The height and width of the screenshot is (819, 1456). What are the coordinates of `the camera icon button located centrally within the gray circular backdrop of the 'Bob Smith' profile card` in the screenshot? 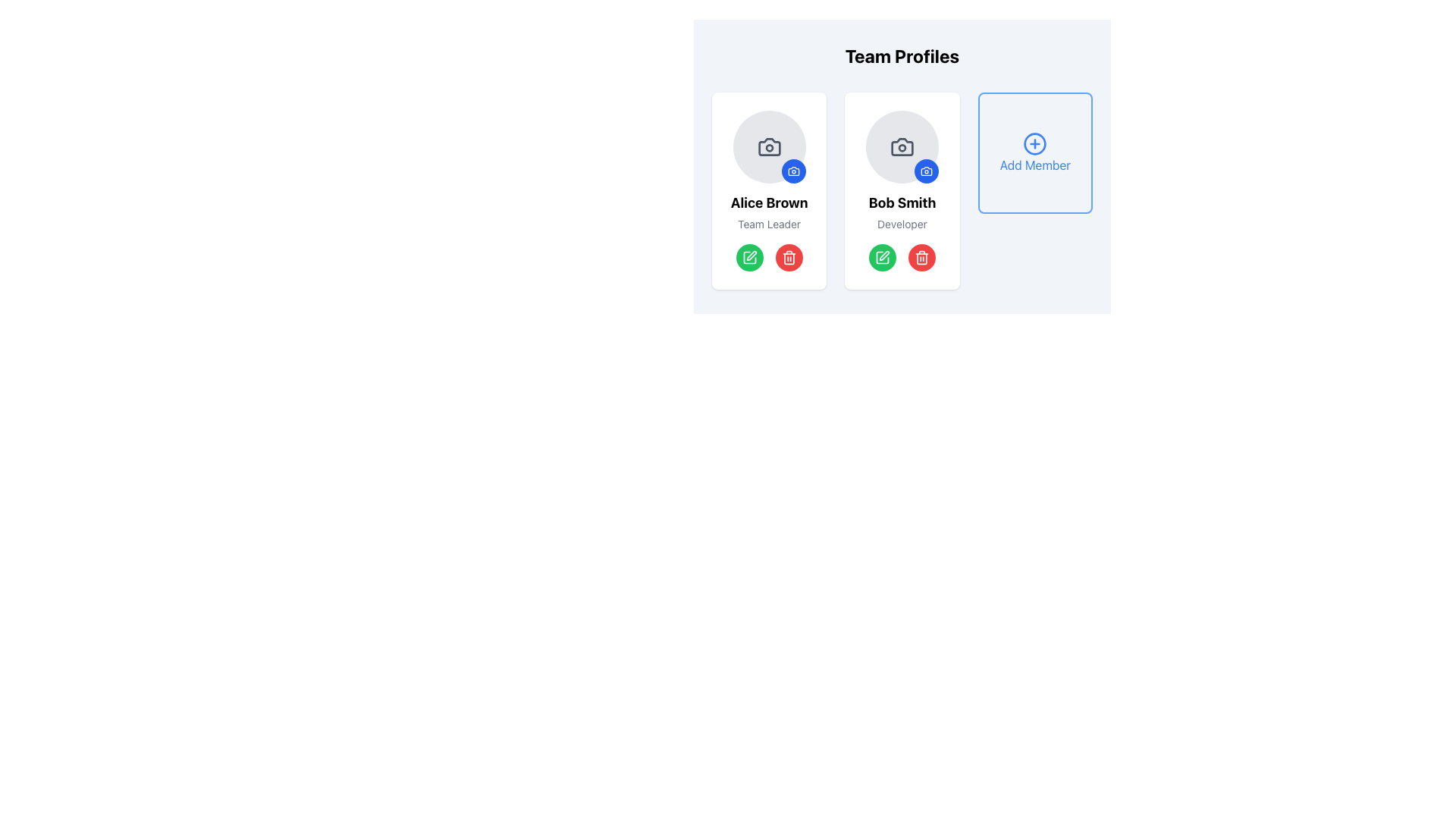 It's located at (902, 146).